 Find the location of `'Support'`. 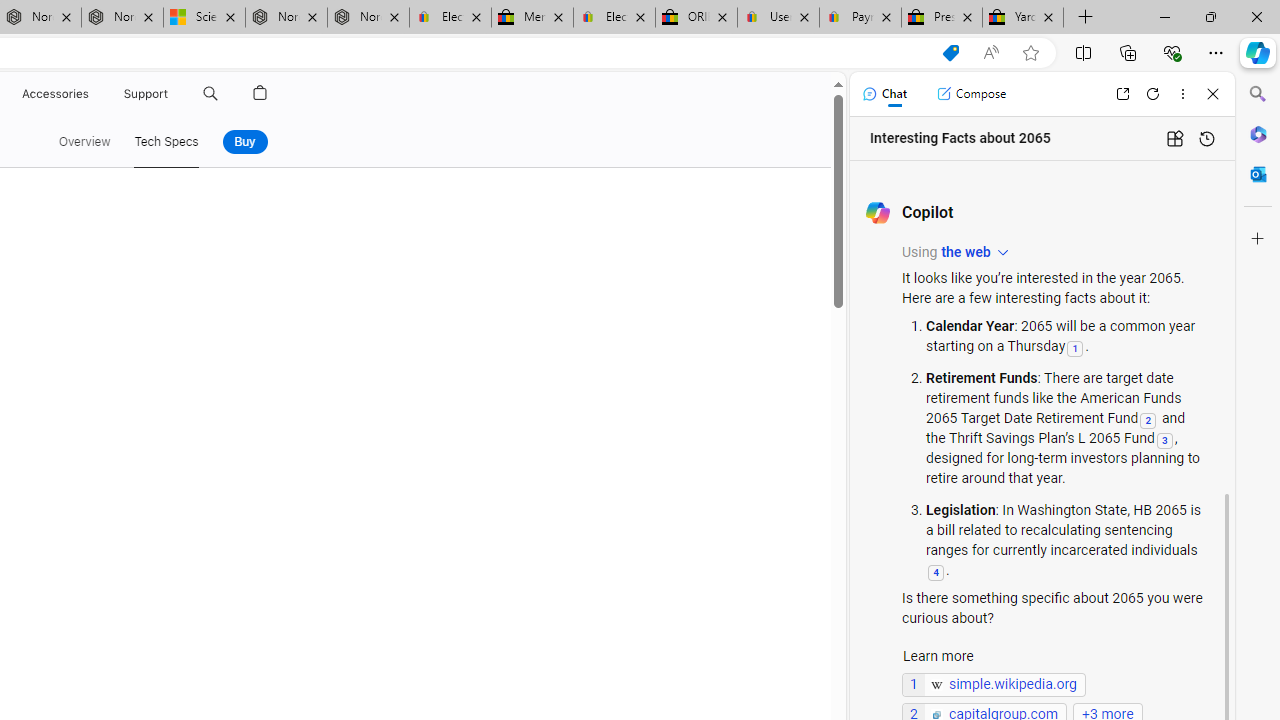

'Support' is located at coordinates (145, 93).